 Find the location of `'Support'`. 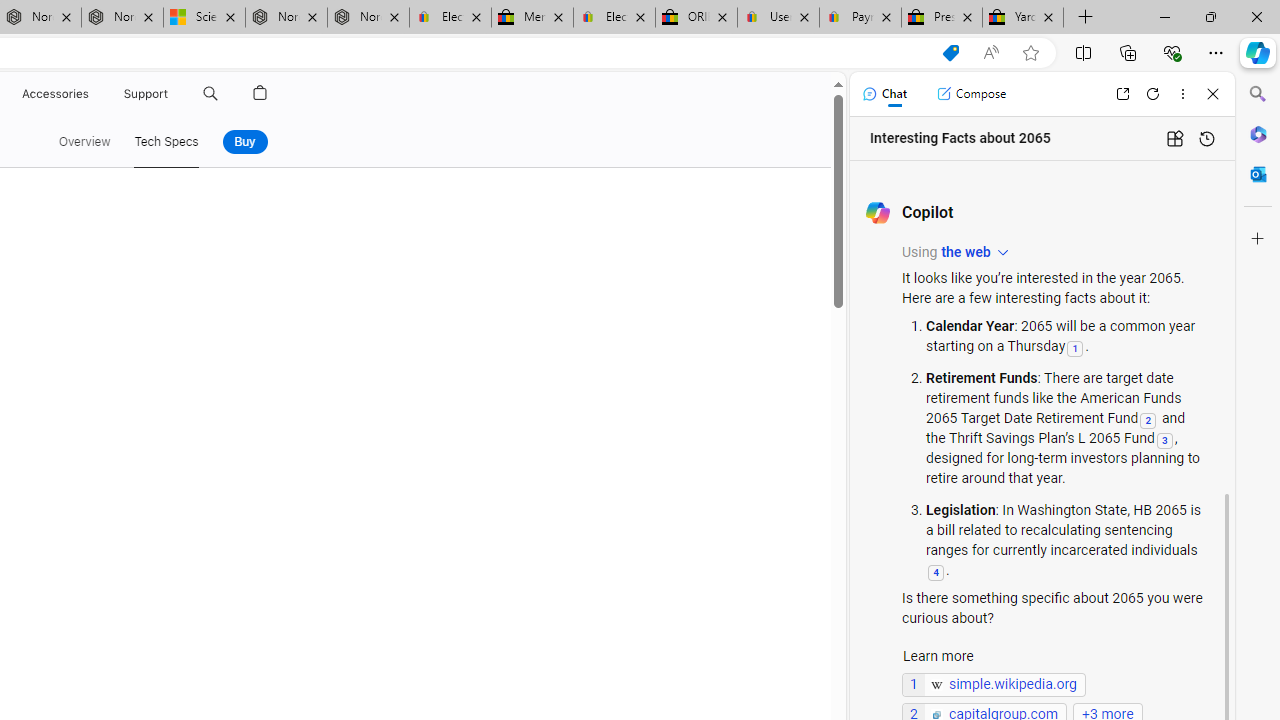

'Support' is located at coordinates (145, 93).